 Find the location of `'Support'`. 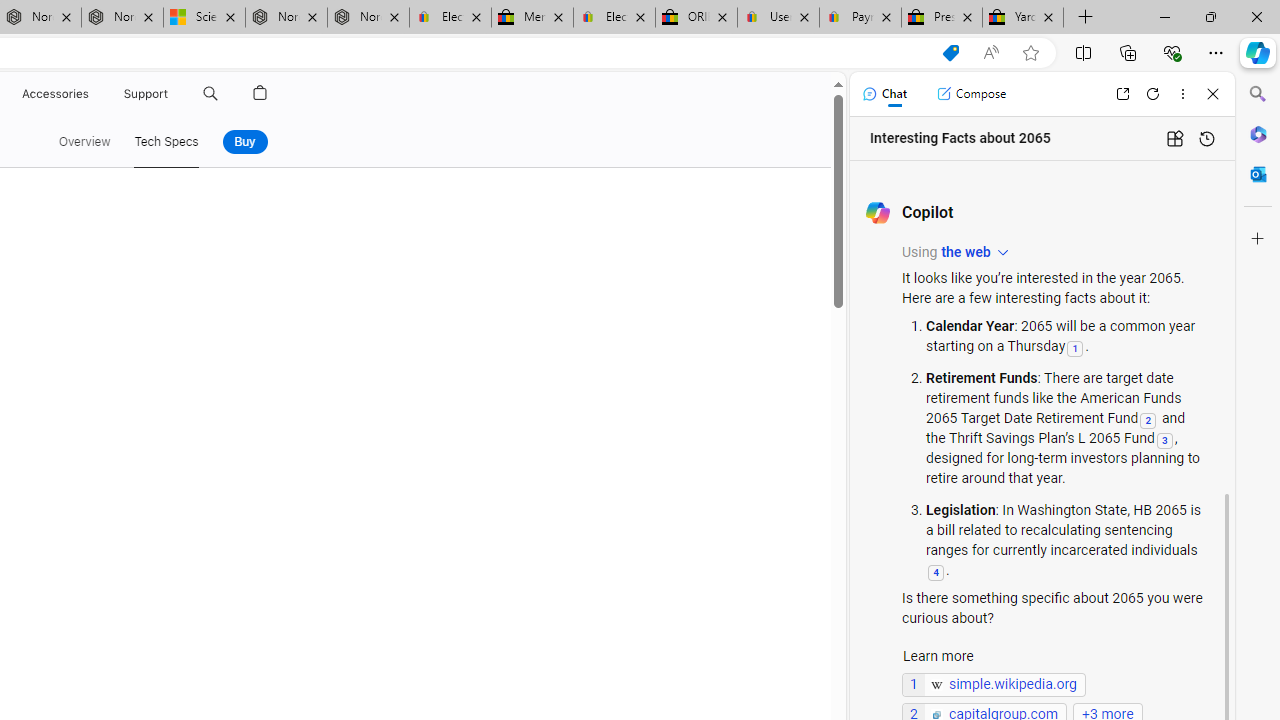

'Support' is located at coordinates (145, 93).